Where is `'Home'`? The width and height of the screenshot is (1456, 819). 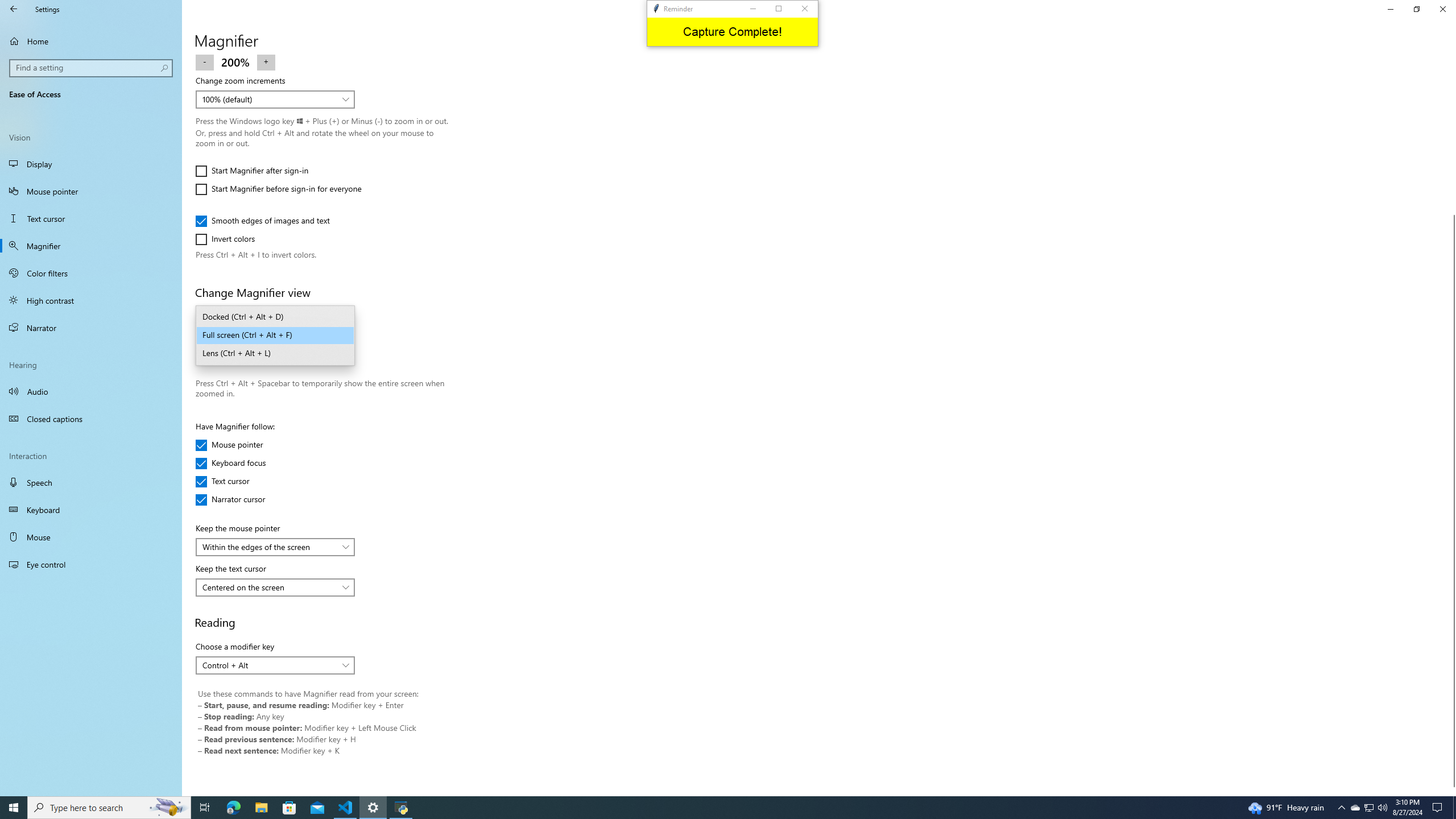
'Home' is located at coordinates (90, 41).